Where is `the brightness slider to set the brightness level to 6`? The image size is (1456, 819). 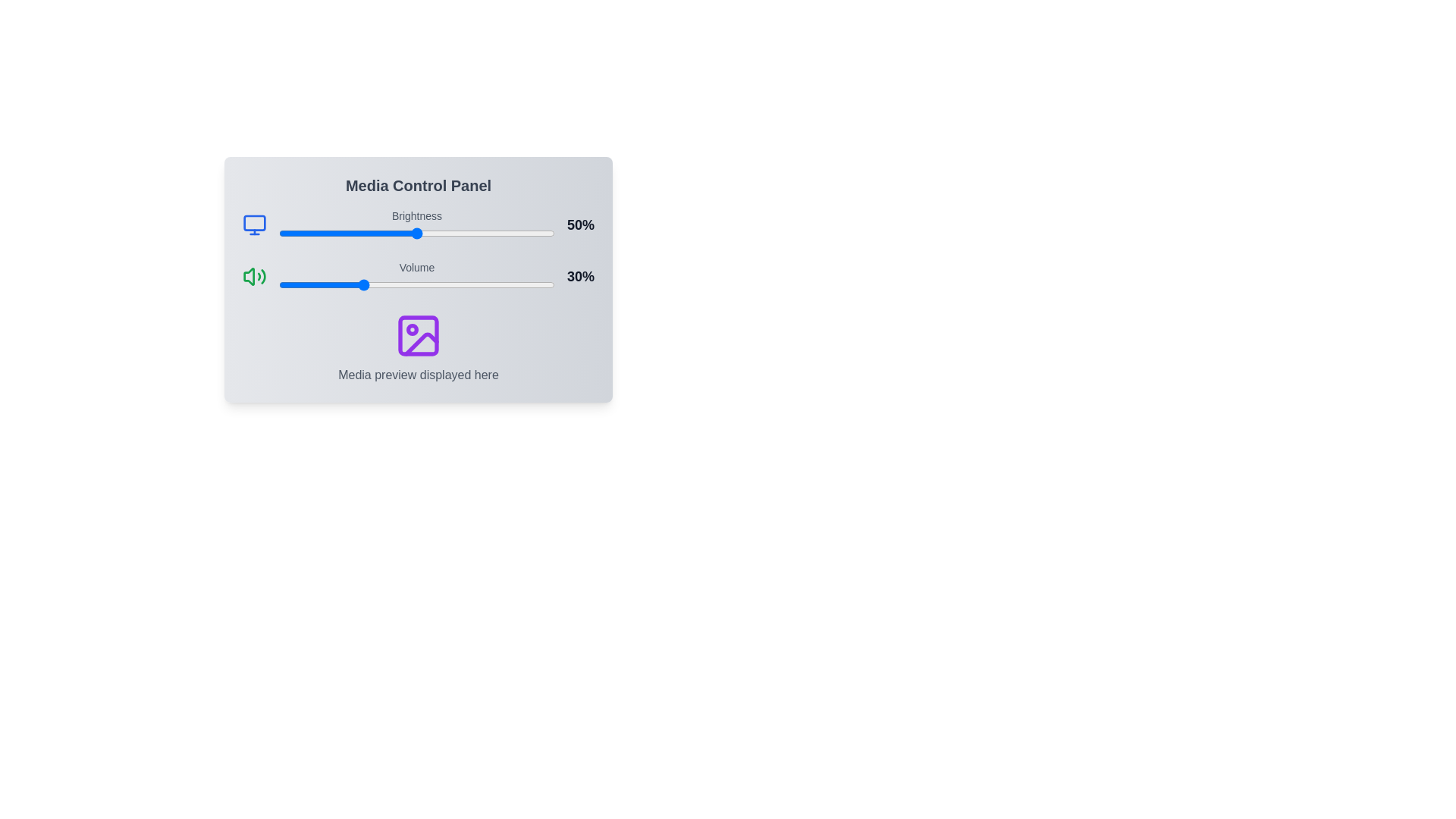 the brightness slider to set the brightness level to 6 is located at coordinates (295, 234).